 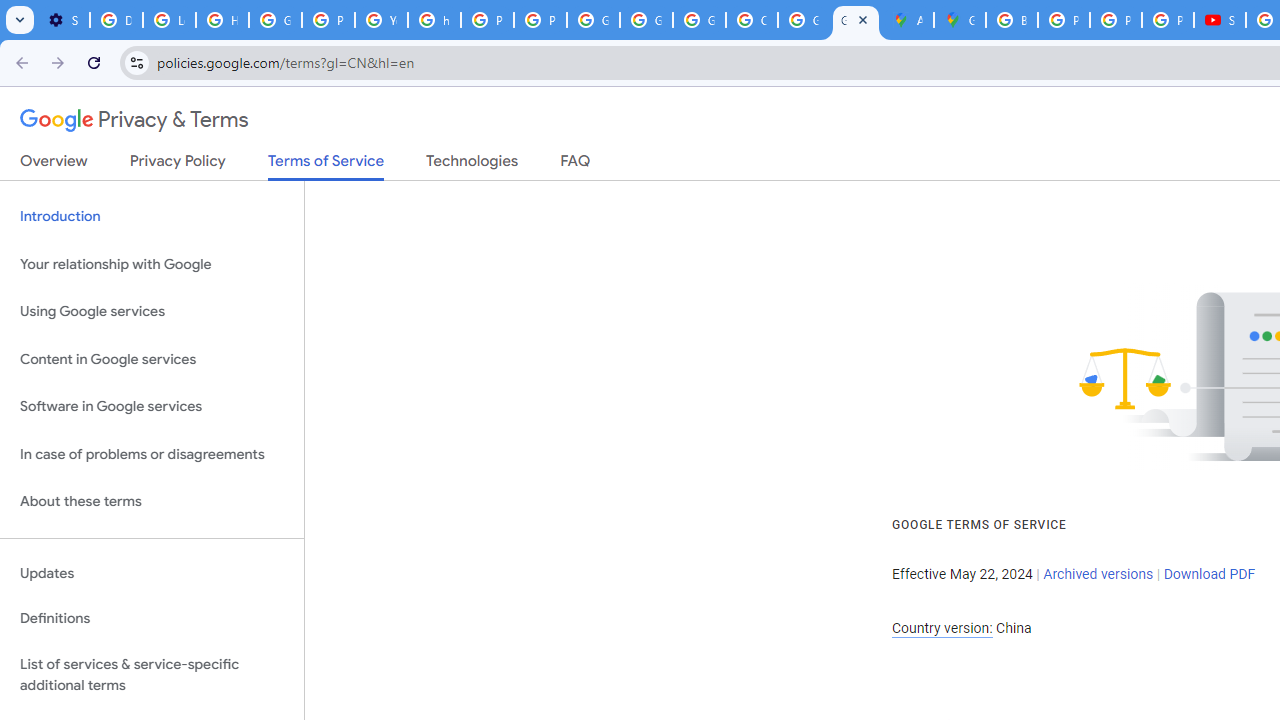 I want to click on 'Google Account Help', so click(x=274, y=20).